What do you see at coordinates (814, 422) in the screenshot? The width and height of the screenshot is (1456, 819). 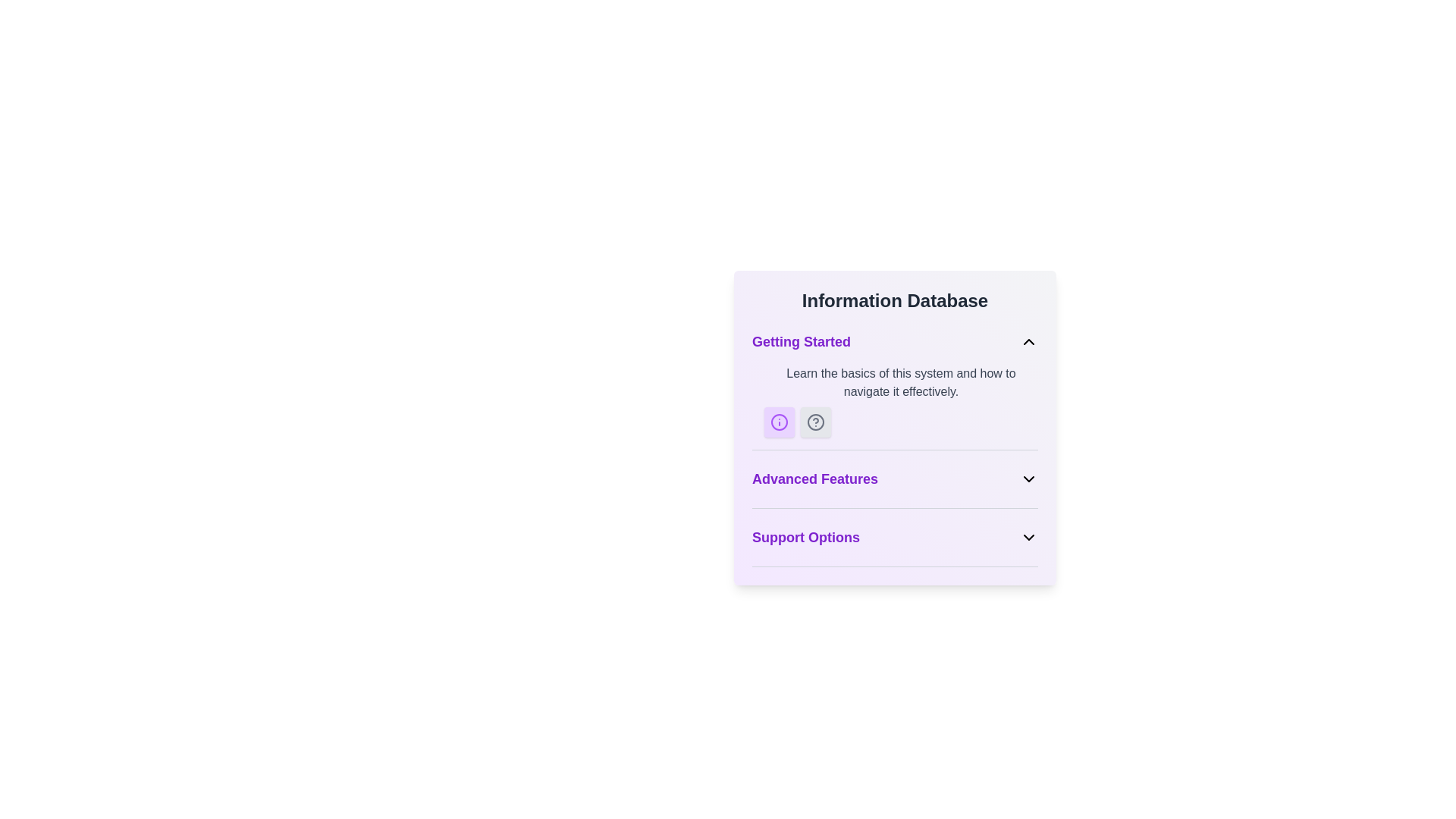 I see `the central circular SVG element of the help icon located in the 'Getting Started' section under the 'Information Database' header` at bounding box center [814, 422].